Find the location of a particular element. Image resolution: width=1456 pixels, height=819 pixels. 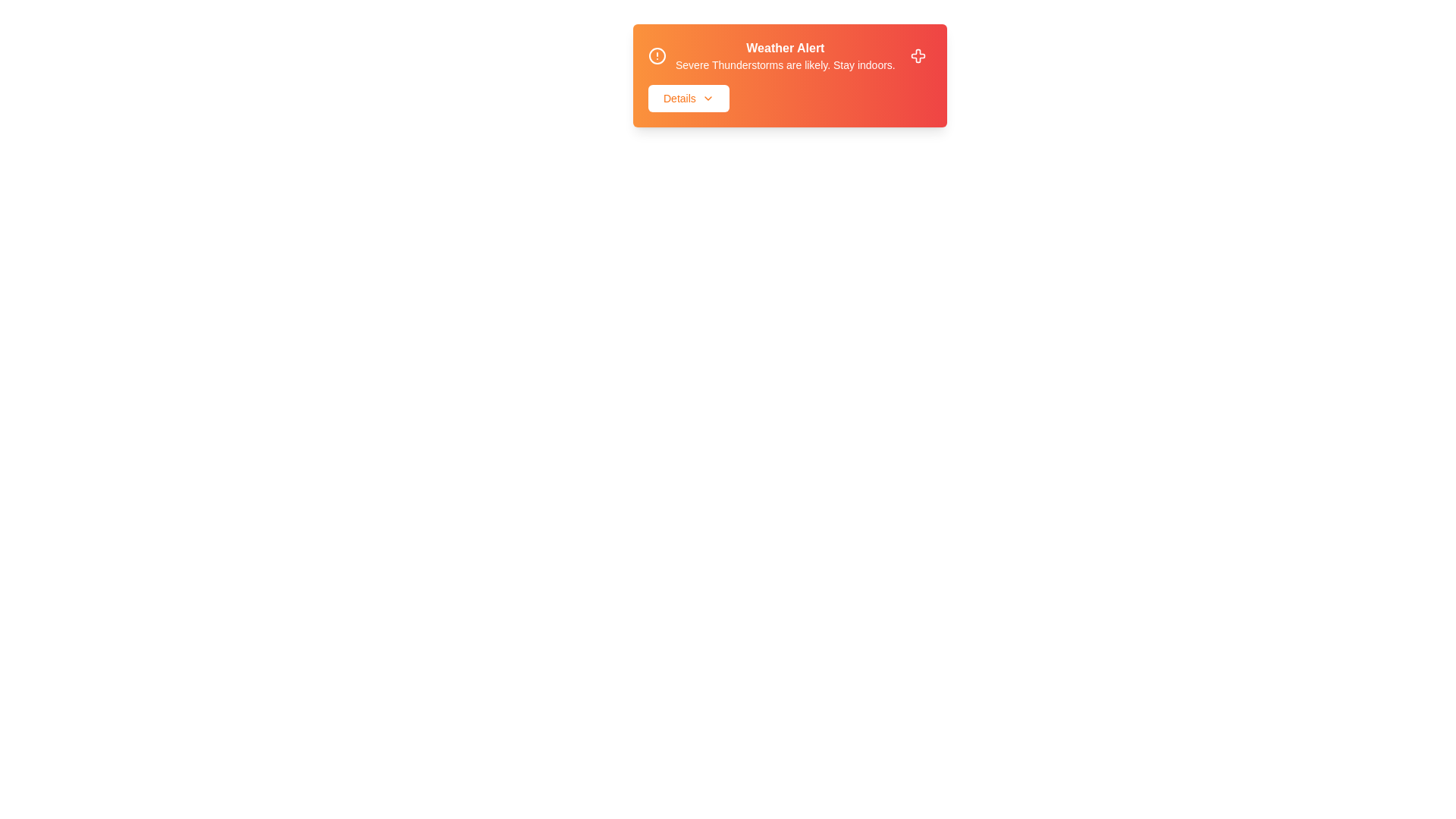

the close button to hide the notification is located at coordinates (917, 55).